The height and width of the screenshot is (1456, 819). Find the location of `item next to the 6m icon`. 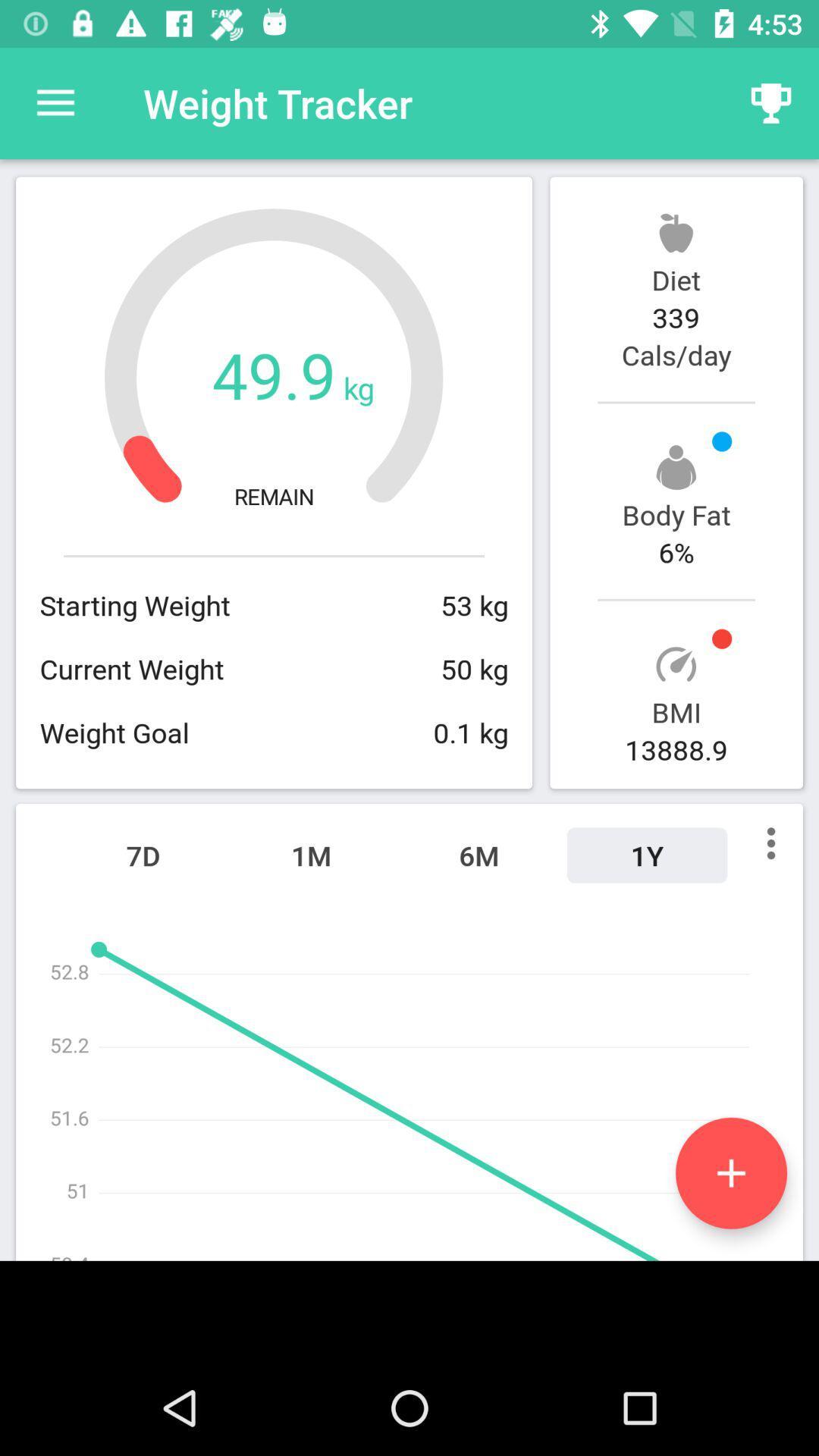

item next to the 6m icon is located at coordinates (310, 855).